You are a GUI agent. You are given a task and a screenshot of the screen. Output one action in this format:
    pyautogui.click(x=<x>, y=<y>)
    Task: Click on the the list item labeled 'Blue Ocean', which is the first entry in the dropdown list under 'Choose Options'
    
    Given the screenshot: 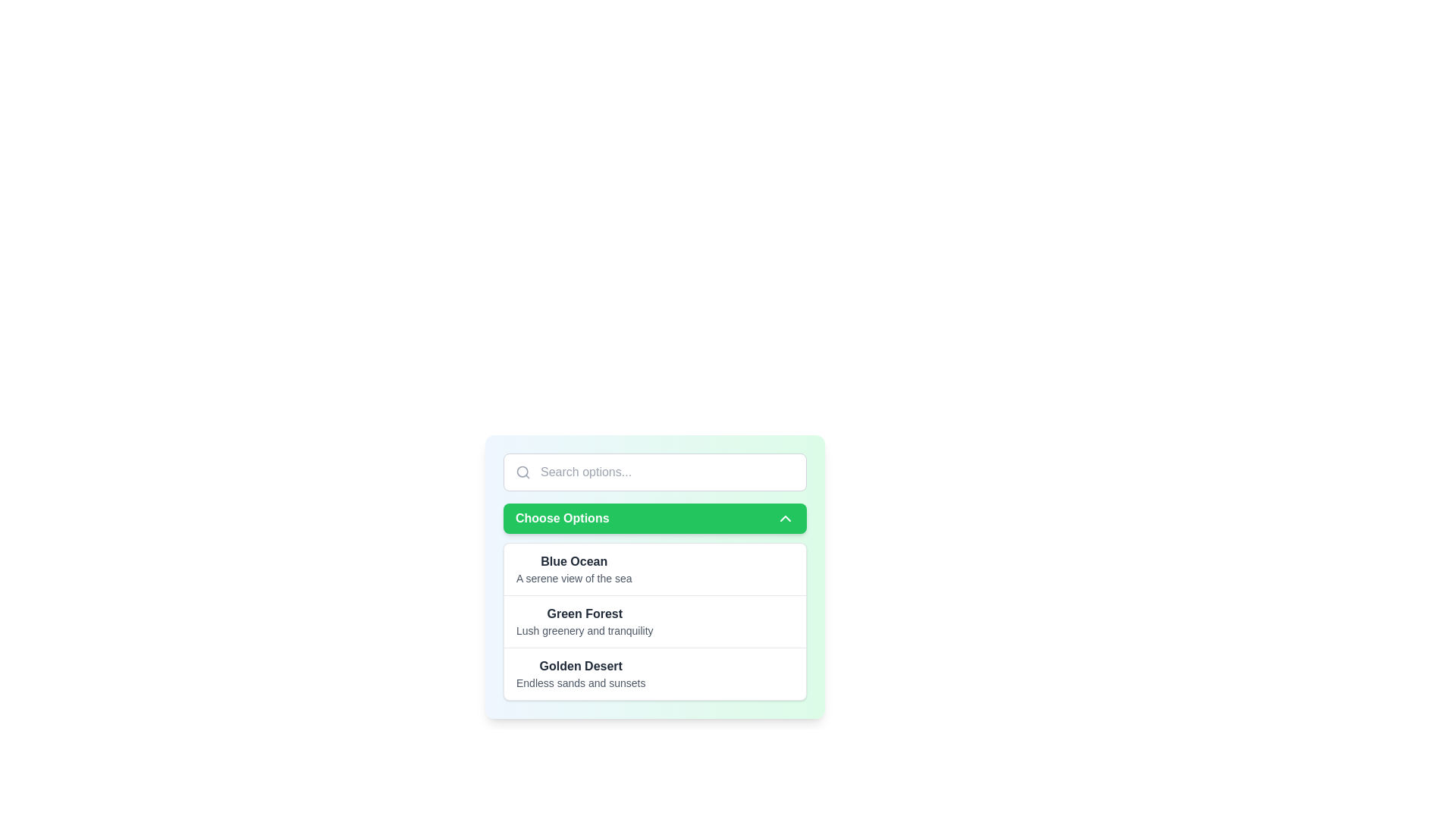 What is the action you would take?
    pyautogui.click(x=655, y=570)
    